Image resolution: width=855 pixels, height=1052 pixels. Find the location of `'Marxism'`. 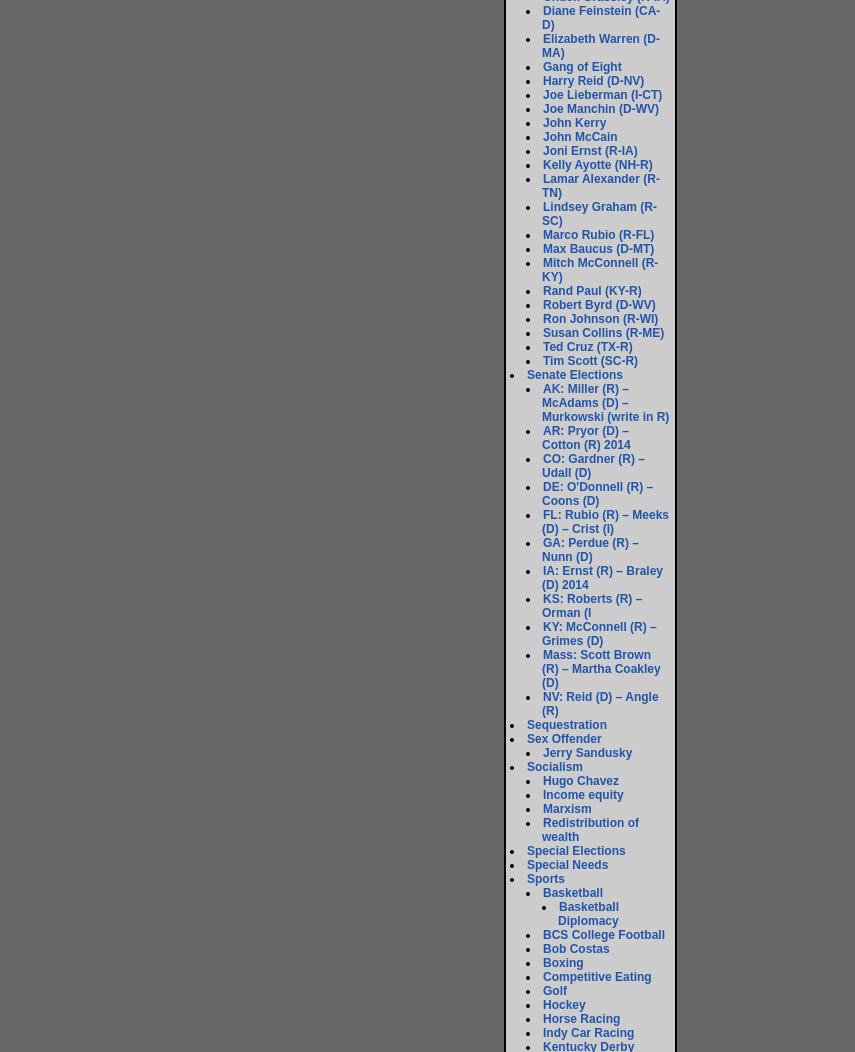

'Marxism' is located at coordinates (566, 808).